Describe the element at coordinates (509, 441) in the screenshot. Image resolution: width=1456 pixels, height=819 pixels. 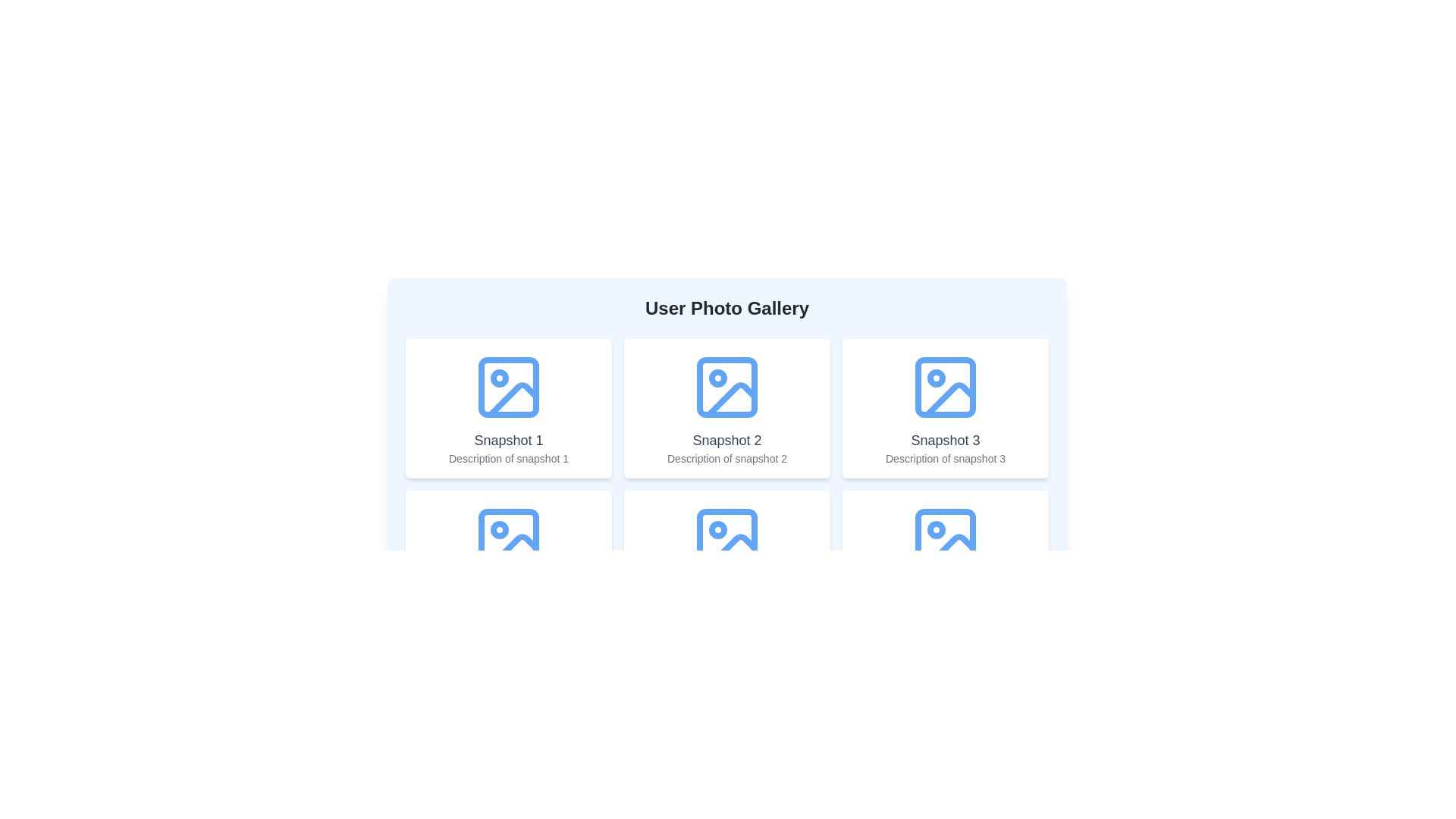
I see `the text label that serves as a title or identifier for the associated image in the gallery, located in the first slot of the grid structure` at that location.